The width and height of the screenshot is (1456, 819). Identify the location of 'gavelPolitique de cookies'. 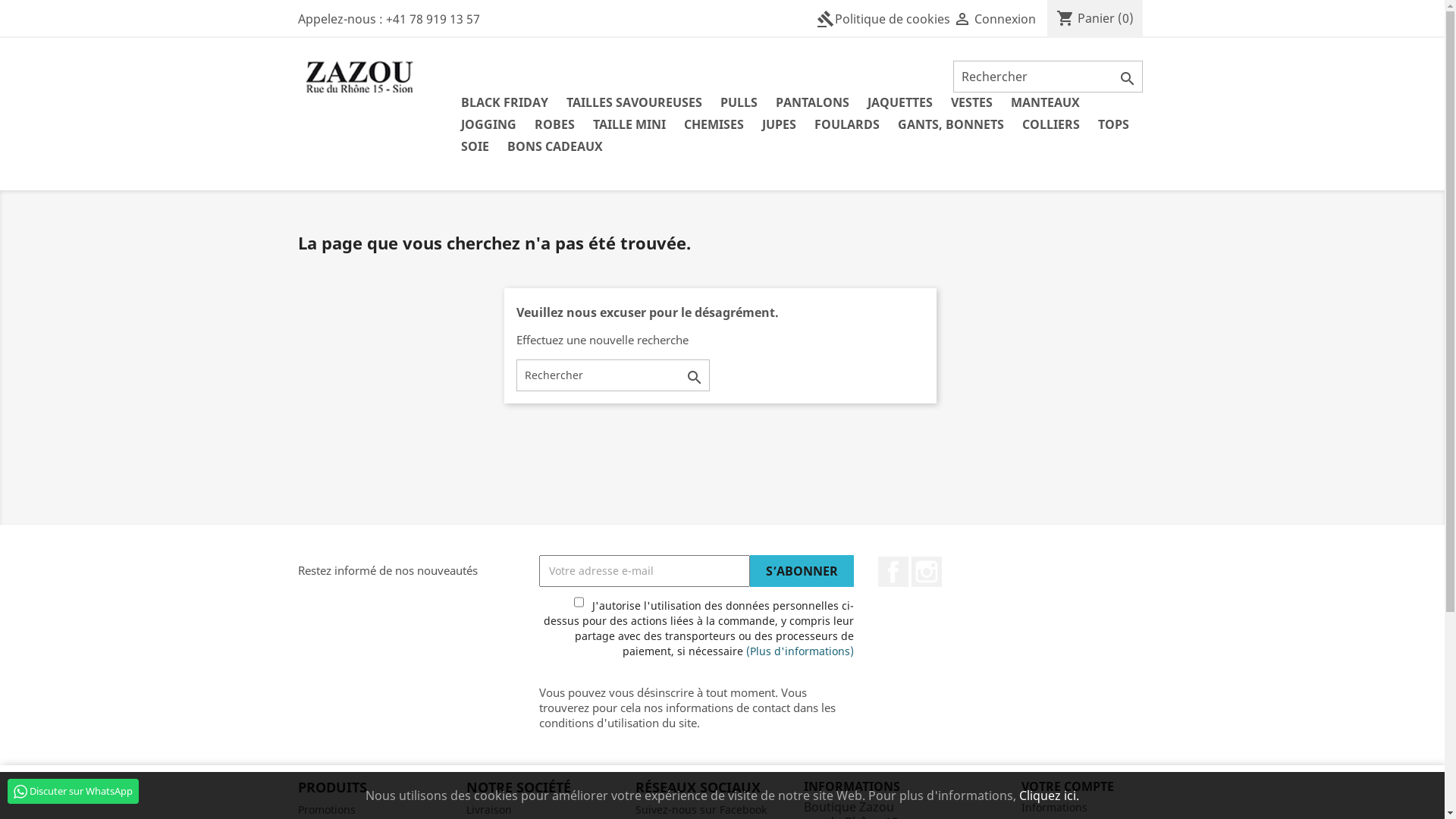
(883, 18).